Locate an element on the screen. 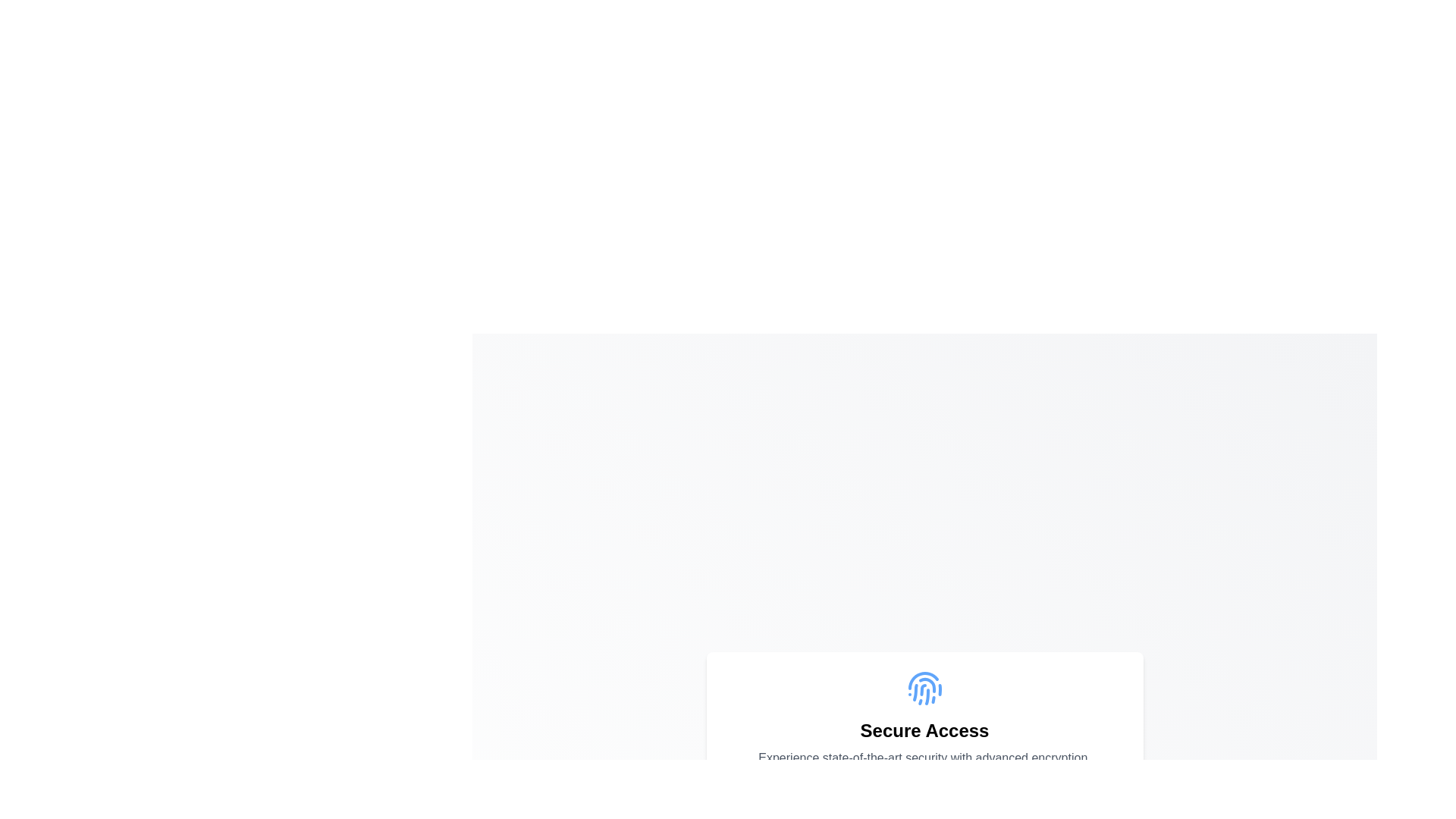  the biometric security icon located at the center of a white rectangular card above the 'Secure Access' text is located at coordinates (924, 688).